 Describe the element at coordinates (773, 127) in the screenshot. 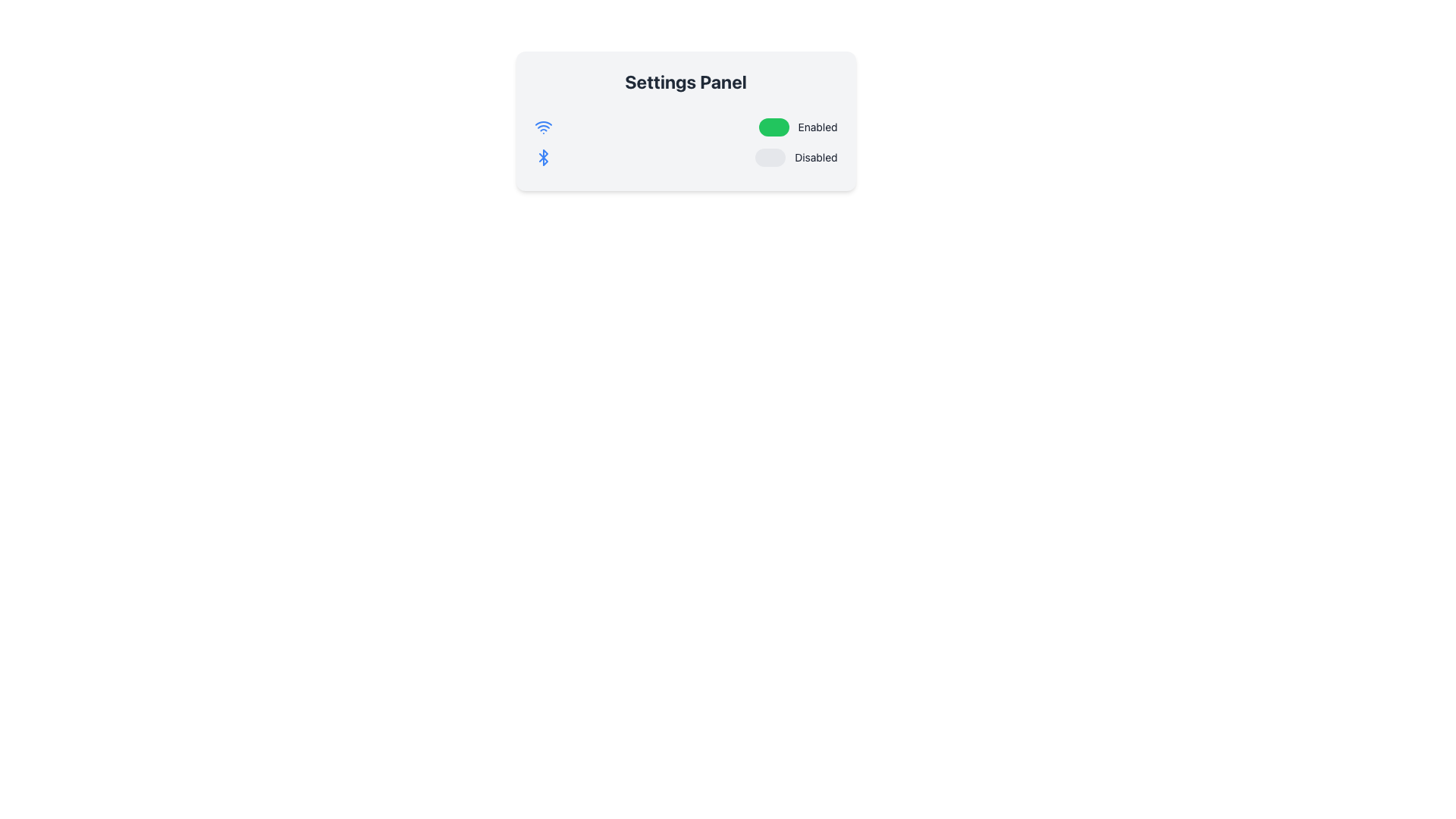

I see `the toggle switch located in the upper-right section of the interface, which serves as a visual indicator for the 'Enabled' setting` at that location.